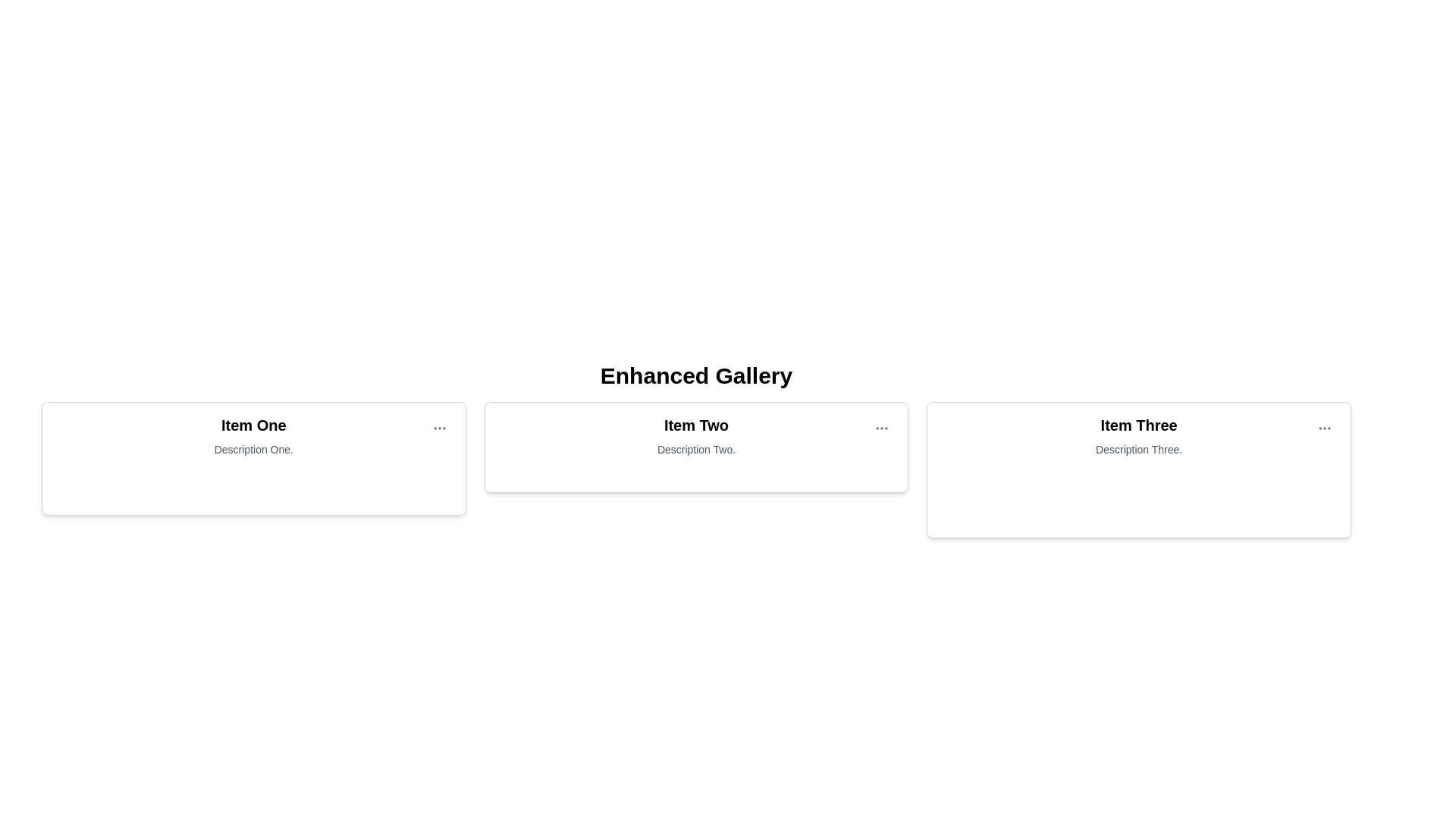 The height and width of the screenshot is (819, 1456). I want to click on the button consisting of three horizontally aligned dots in the upper-right corner of the card labeled 'Item Three', so click(1324, 428).